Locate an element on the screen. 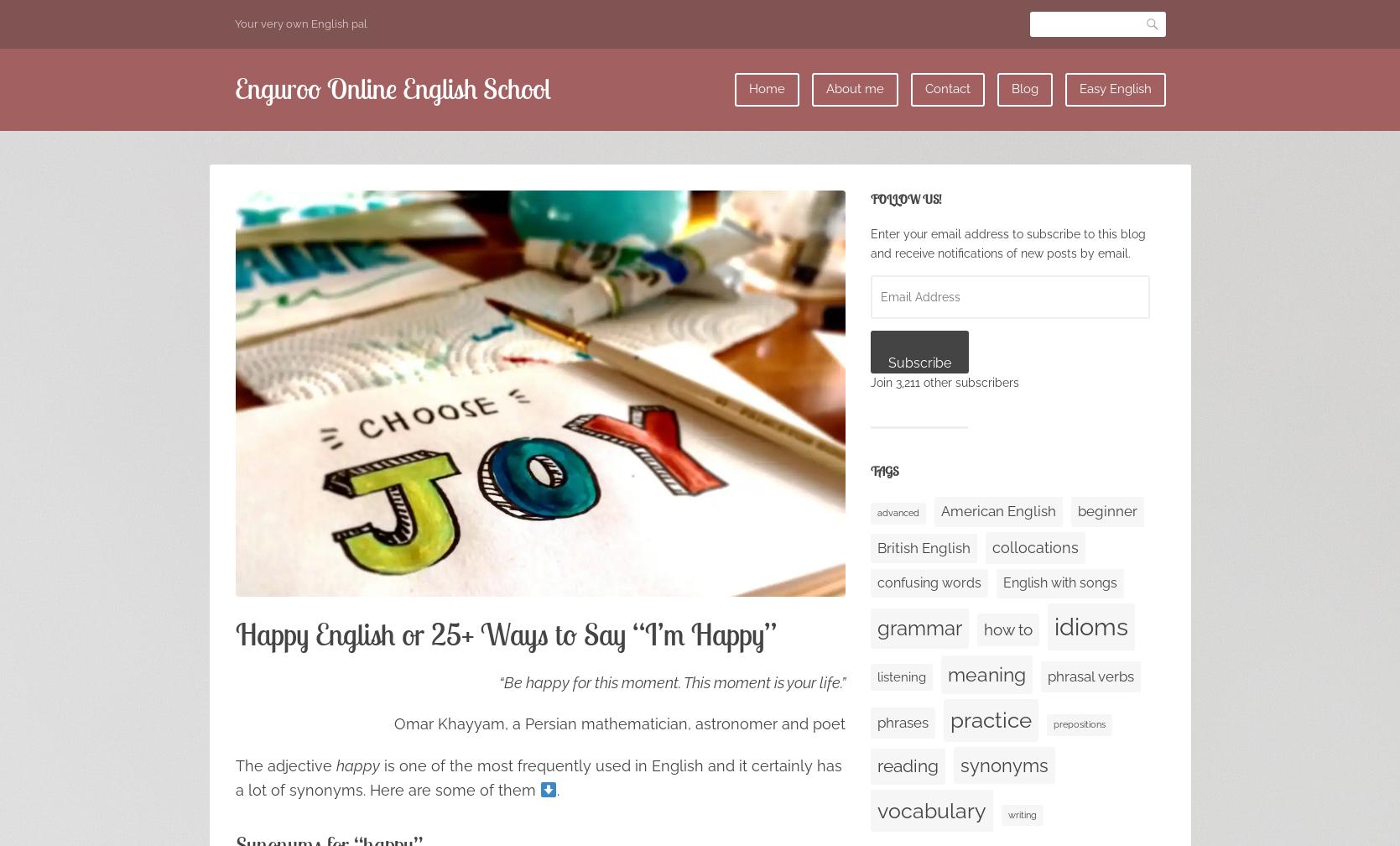 Image resolution: width=1400 pixels, height=846 pixels. 'reading' is located at coordinates (907, 765).